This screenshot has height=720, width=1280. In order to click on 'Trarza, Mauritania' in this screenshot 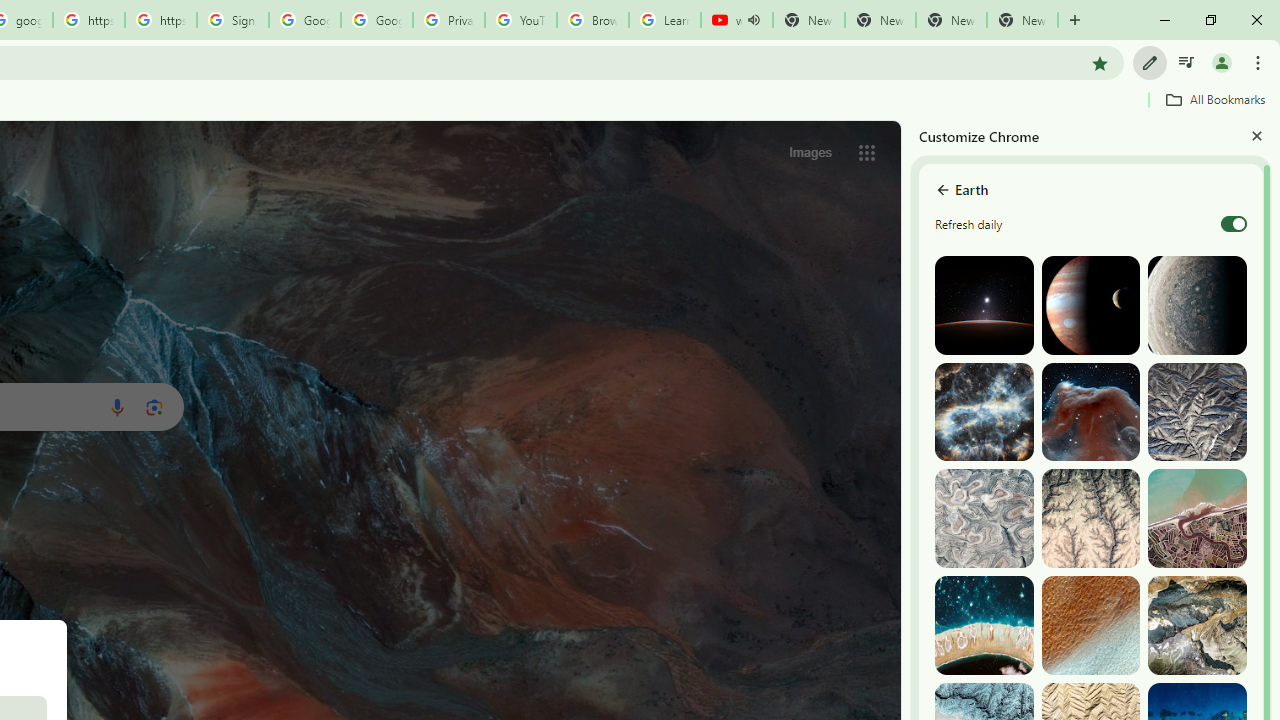, I will do `click(1089, 624)`.